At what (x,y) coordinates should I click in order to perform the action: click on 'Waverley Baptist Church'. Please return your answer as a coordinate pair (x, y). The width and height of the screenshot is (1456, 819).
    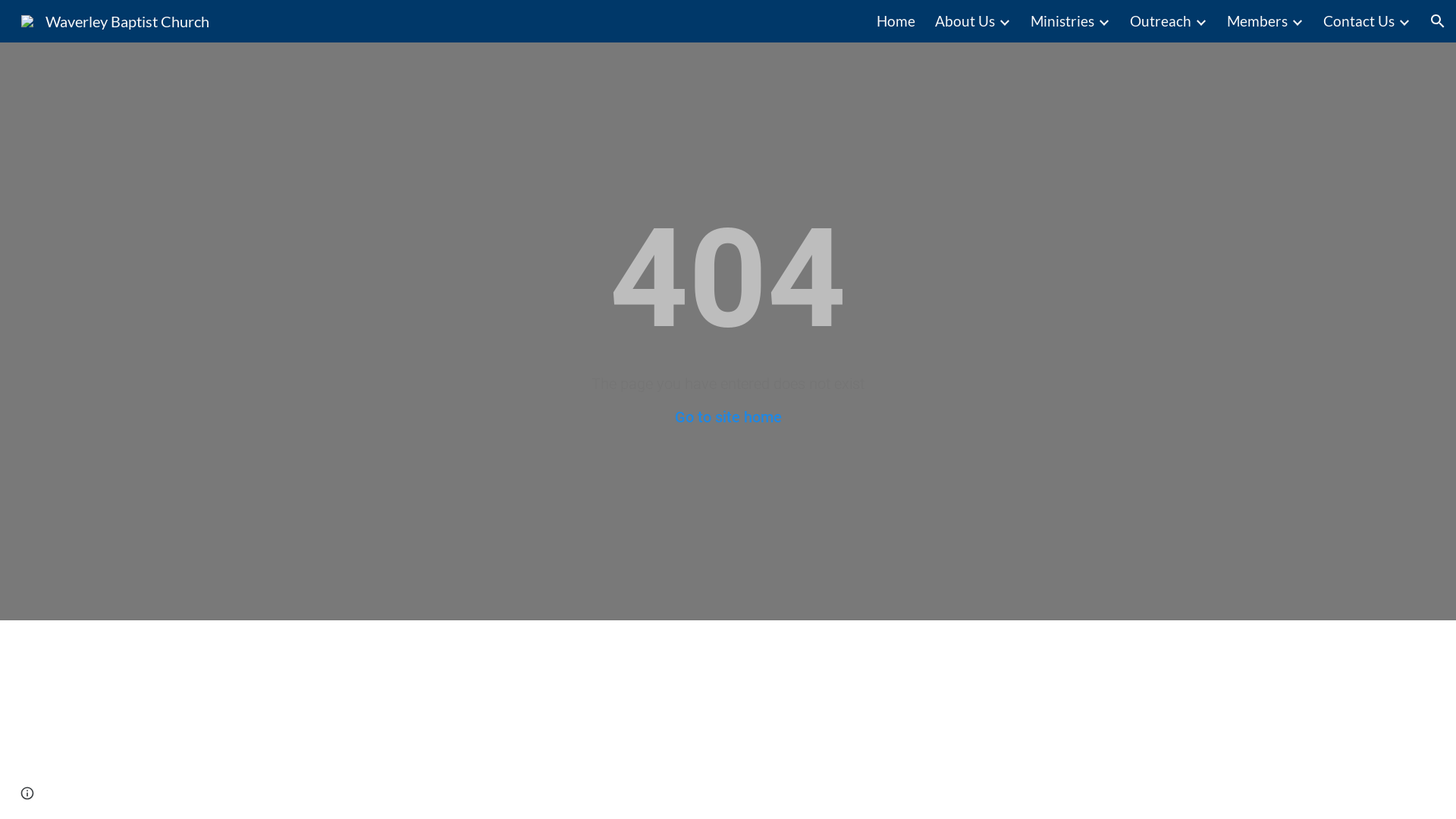
    Looking at the image, I should click on (115, 18).